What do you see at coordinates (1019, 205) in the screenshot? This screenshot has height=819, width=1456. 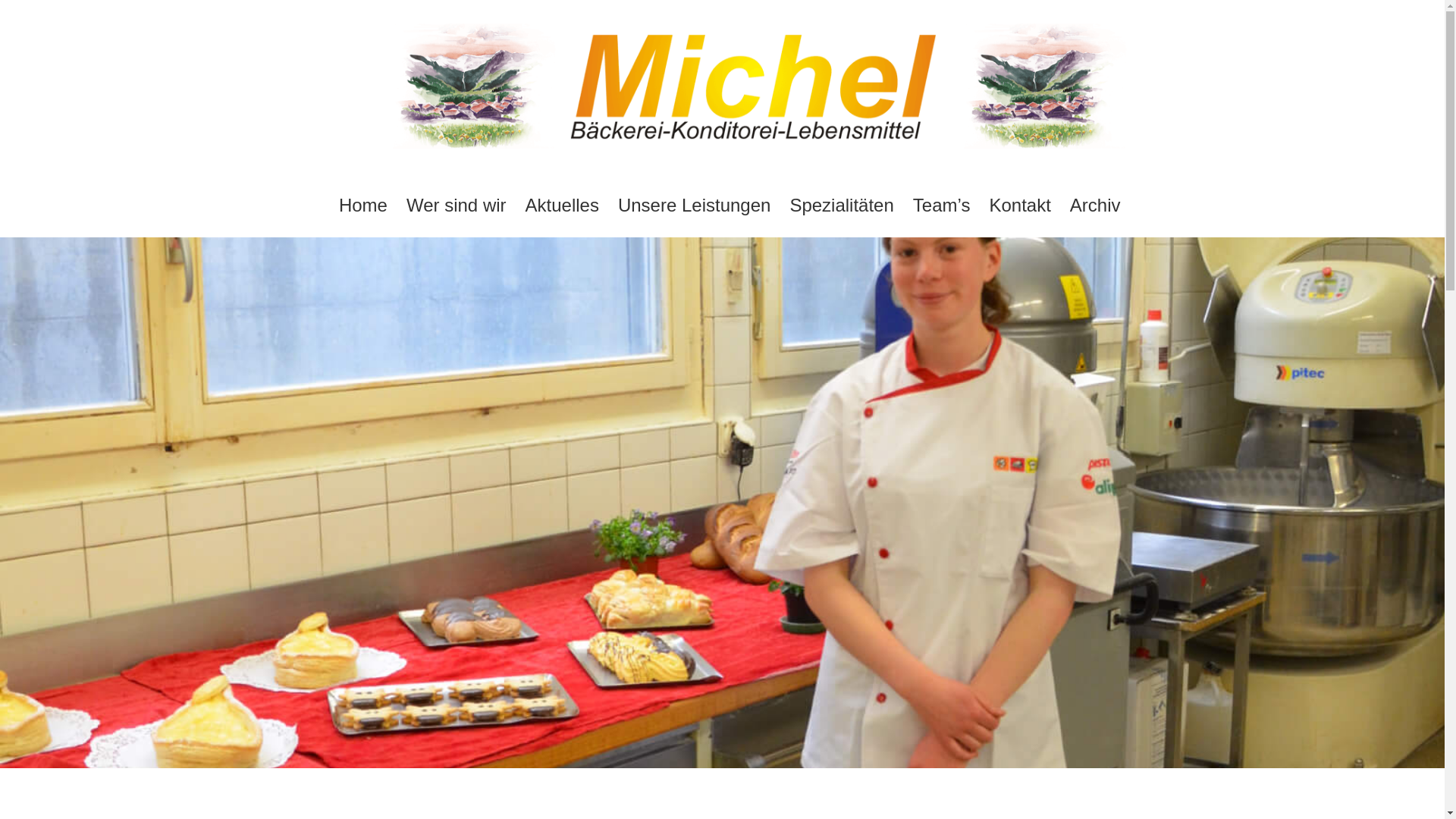 I see `'Kontakt'` at bounding box center [1019, 205].